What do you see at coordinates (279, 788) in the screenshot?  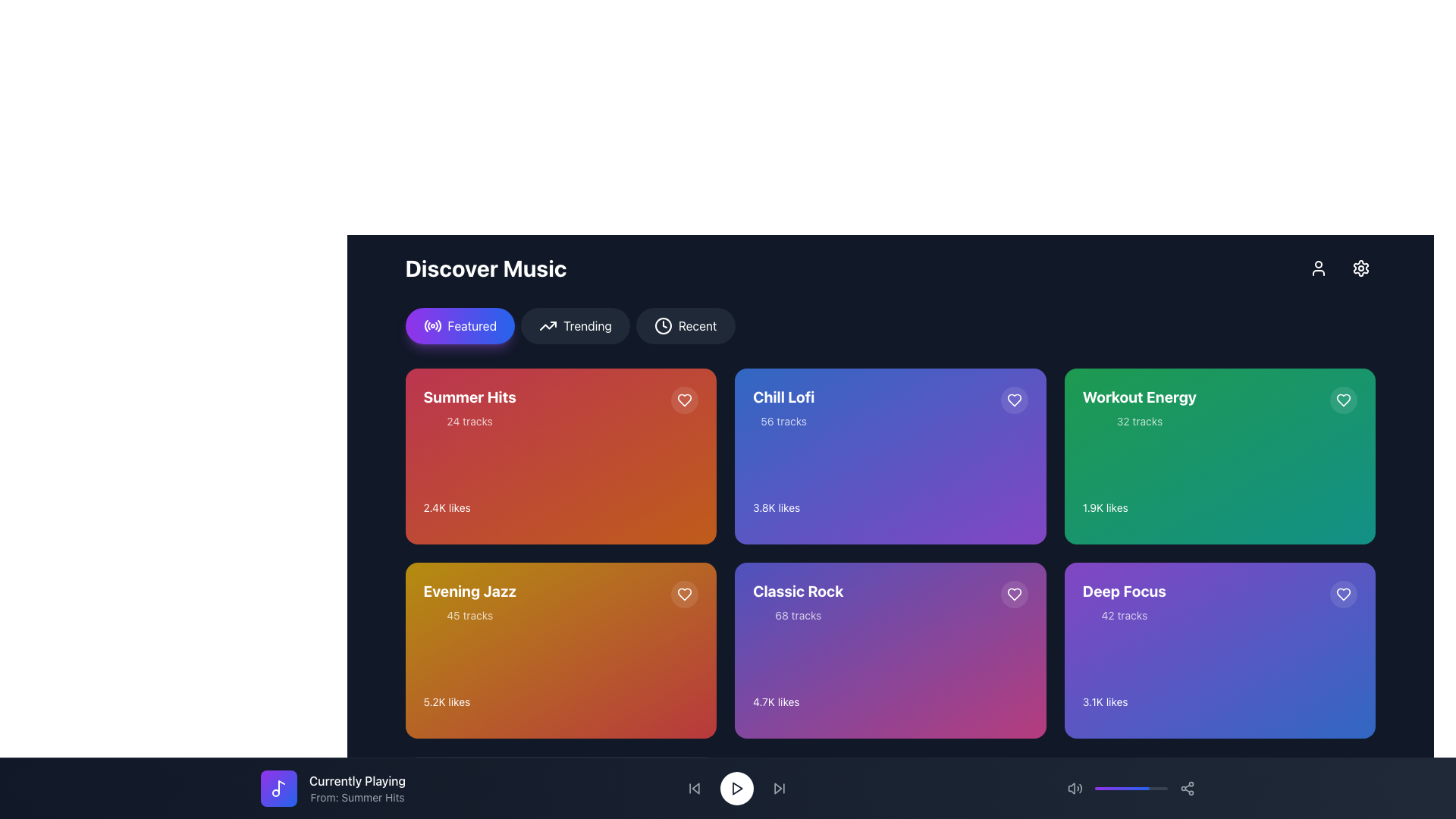 I see `the appearance of the rounded square icon with a gradient background from purple to blue and a white musical note symbol, located near the bottom left of the interface, next to the text components 'Currently Playing' and 'From: Summer Hits'` at bounding box center [279, 788].